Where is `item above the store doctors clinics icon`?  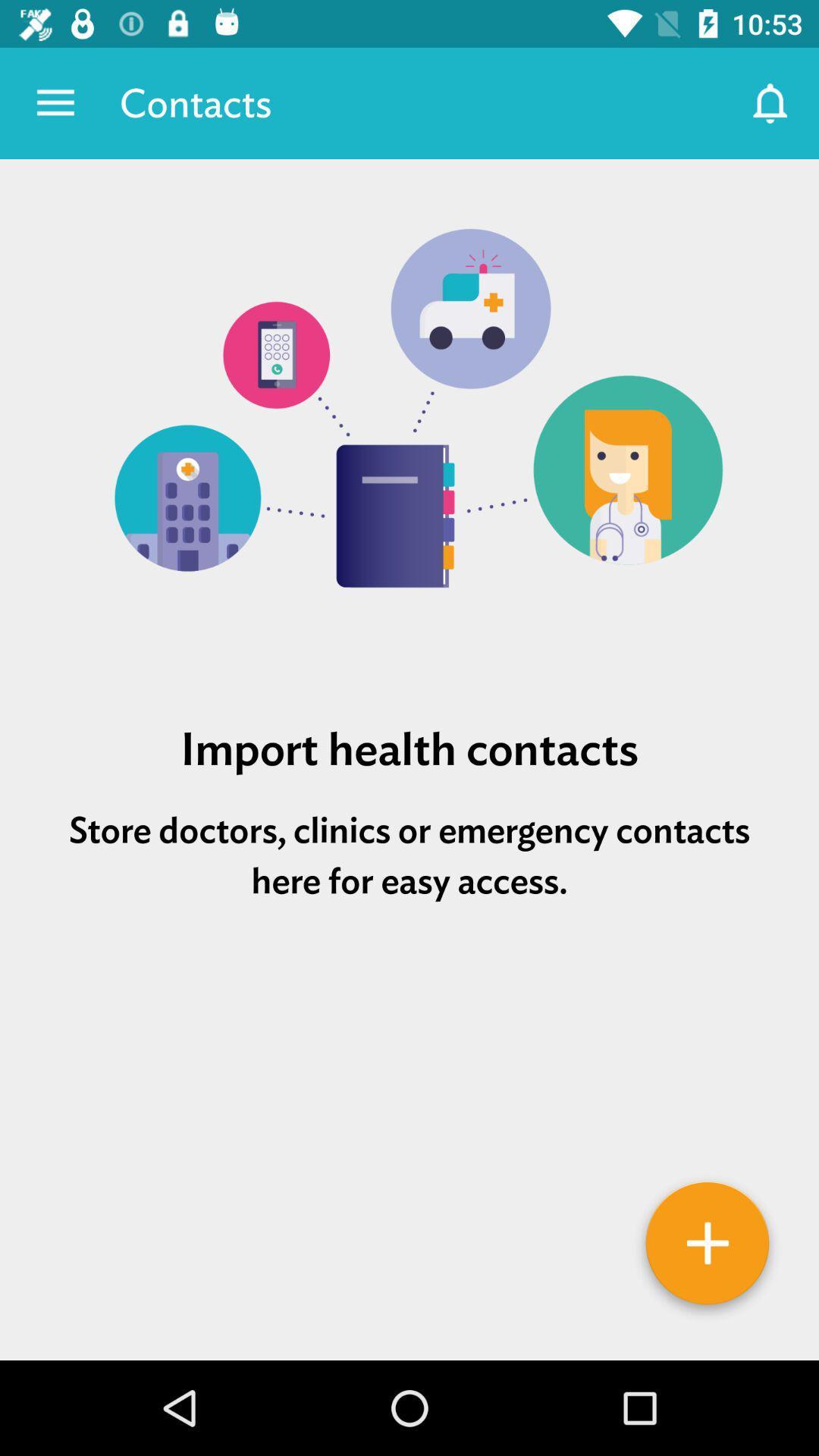 item above the store doctors clinics icon is located at coordinates (409, 748).